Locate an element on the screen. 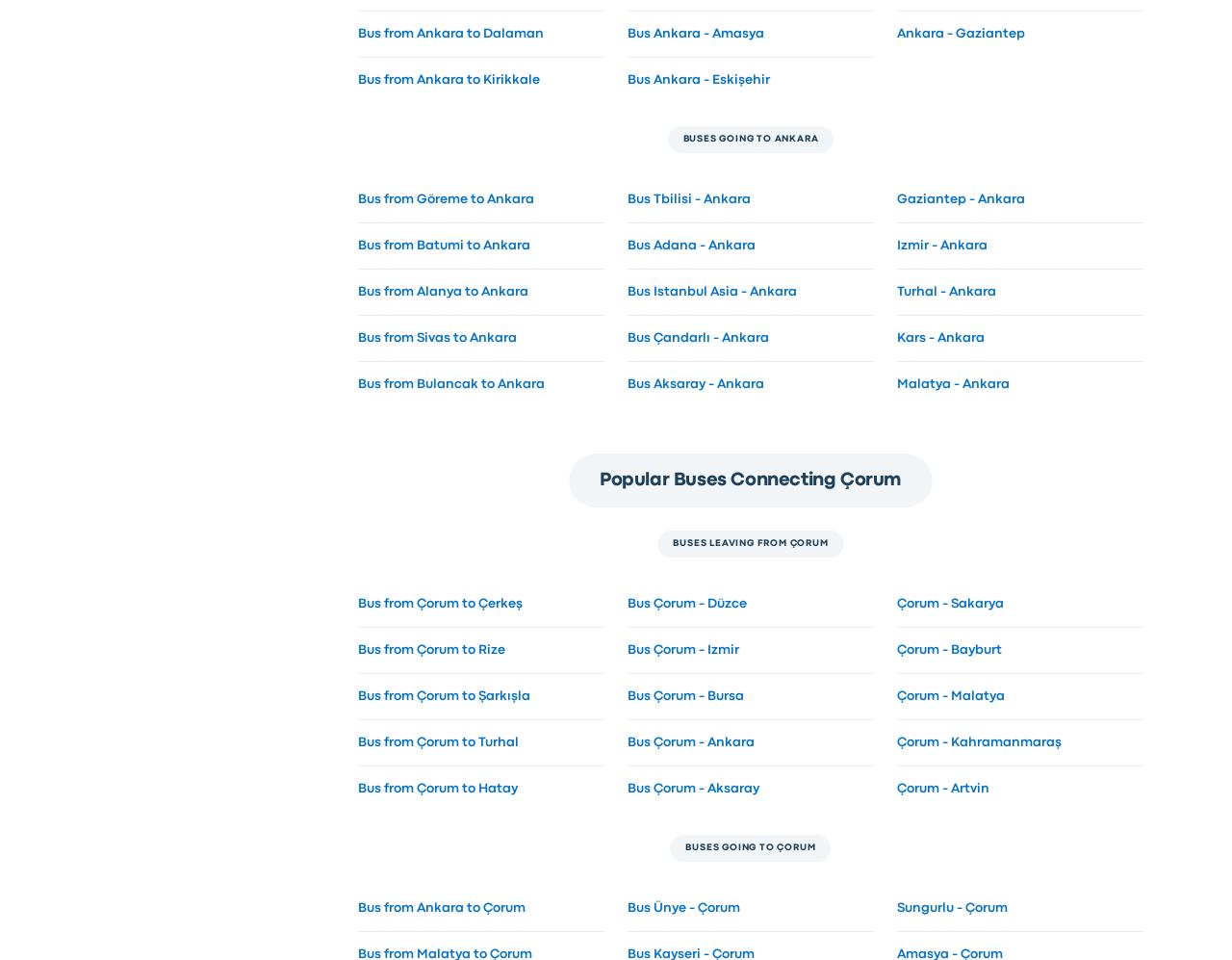 The height and width of the screenshot is (960, 1232). 'Bus Istanbul Asia - Ankara' is located at coordinates (709, 290).